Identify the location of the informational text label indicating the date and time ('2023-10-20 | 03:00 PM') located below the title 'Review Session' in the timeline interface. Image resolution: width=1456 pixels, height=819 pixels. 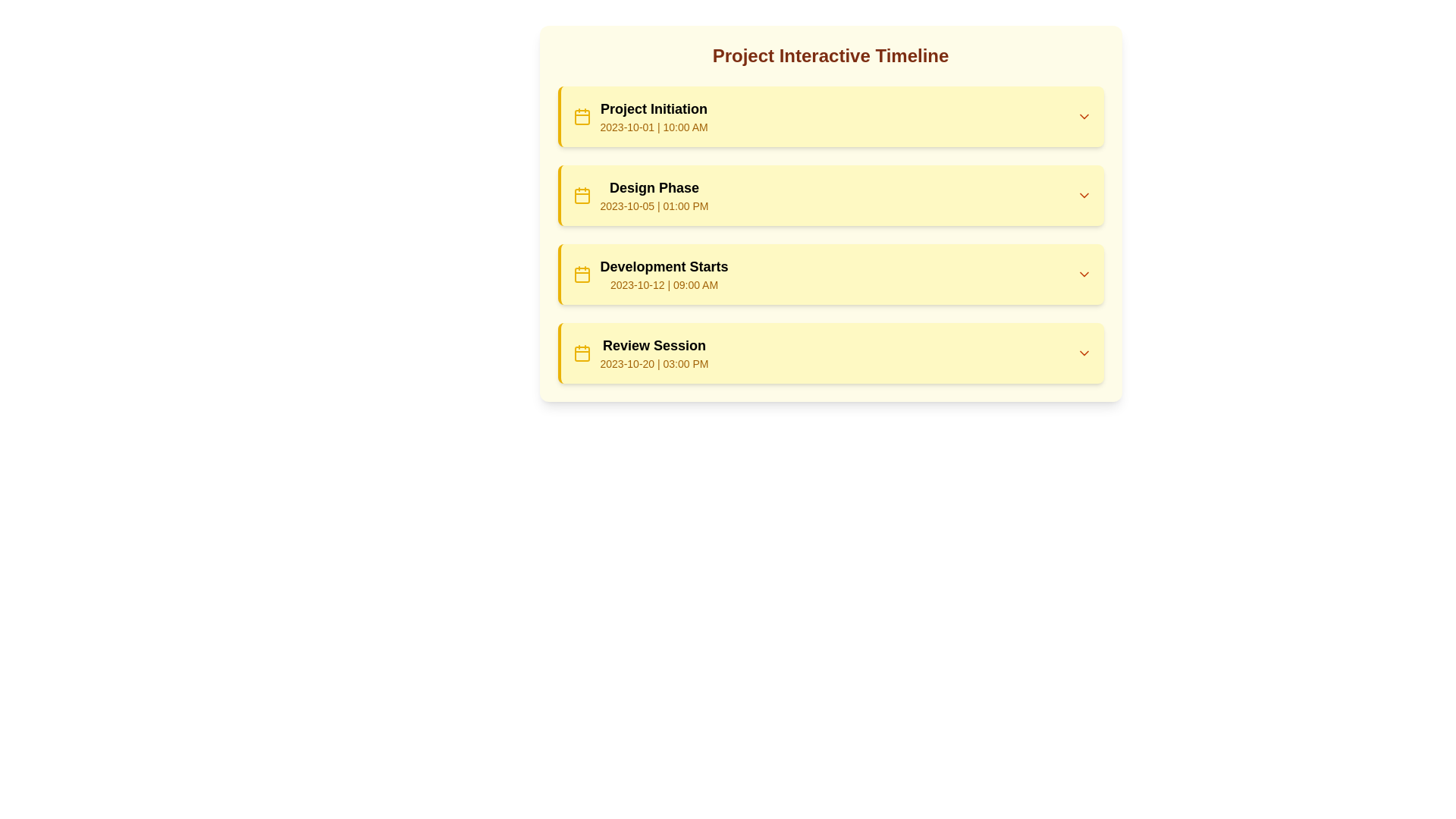
(654, 363).